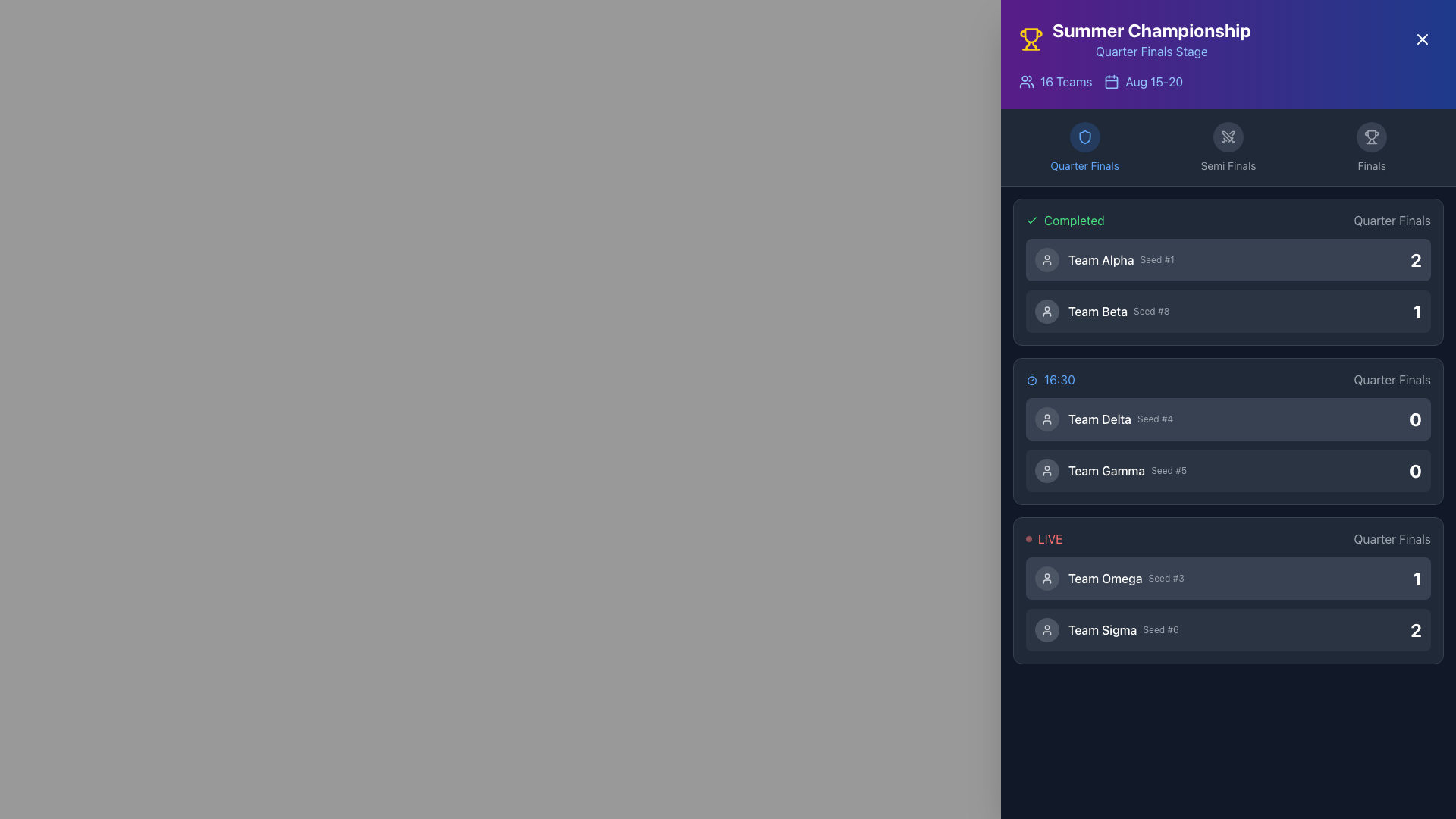 Image resolution: width=1456 pixels, height=819 pixels. Describe the element at coordinates (1228, 311) in the screenshot. I see `the list item displaying 'Team Beta' with 'Seed #8'` at that location.